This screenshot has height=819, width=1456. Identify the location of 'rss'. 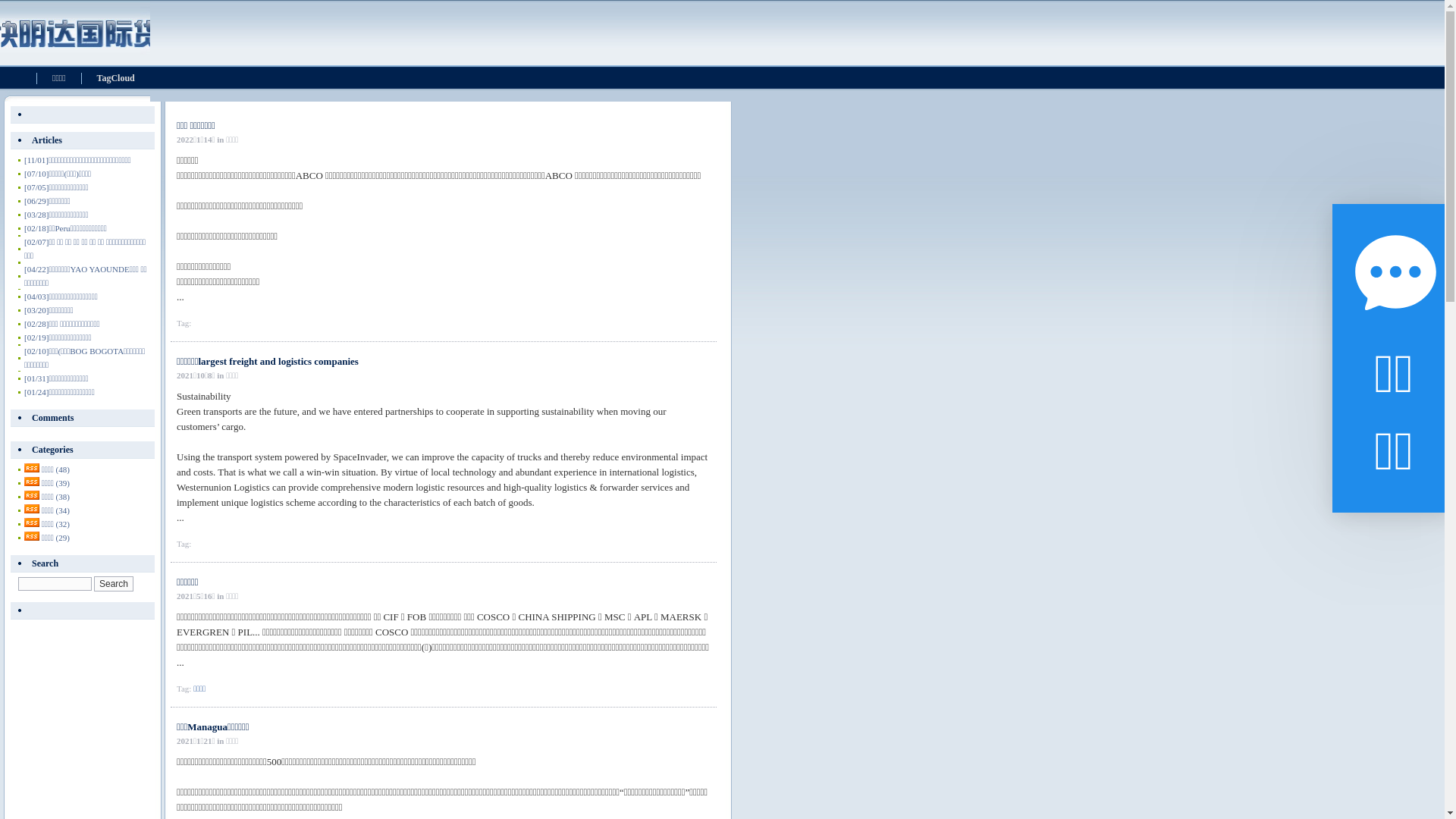
(32, 509).